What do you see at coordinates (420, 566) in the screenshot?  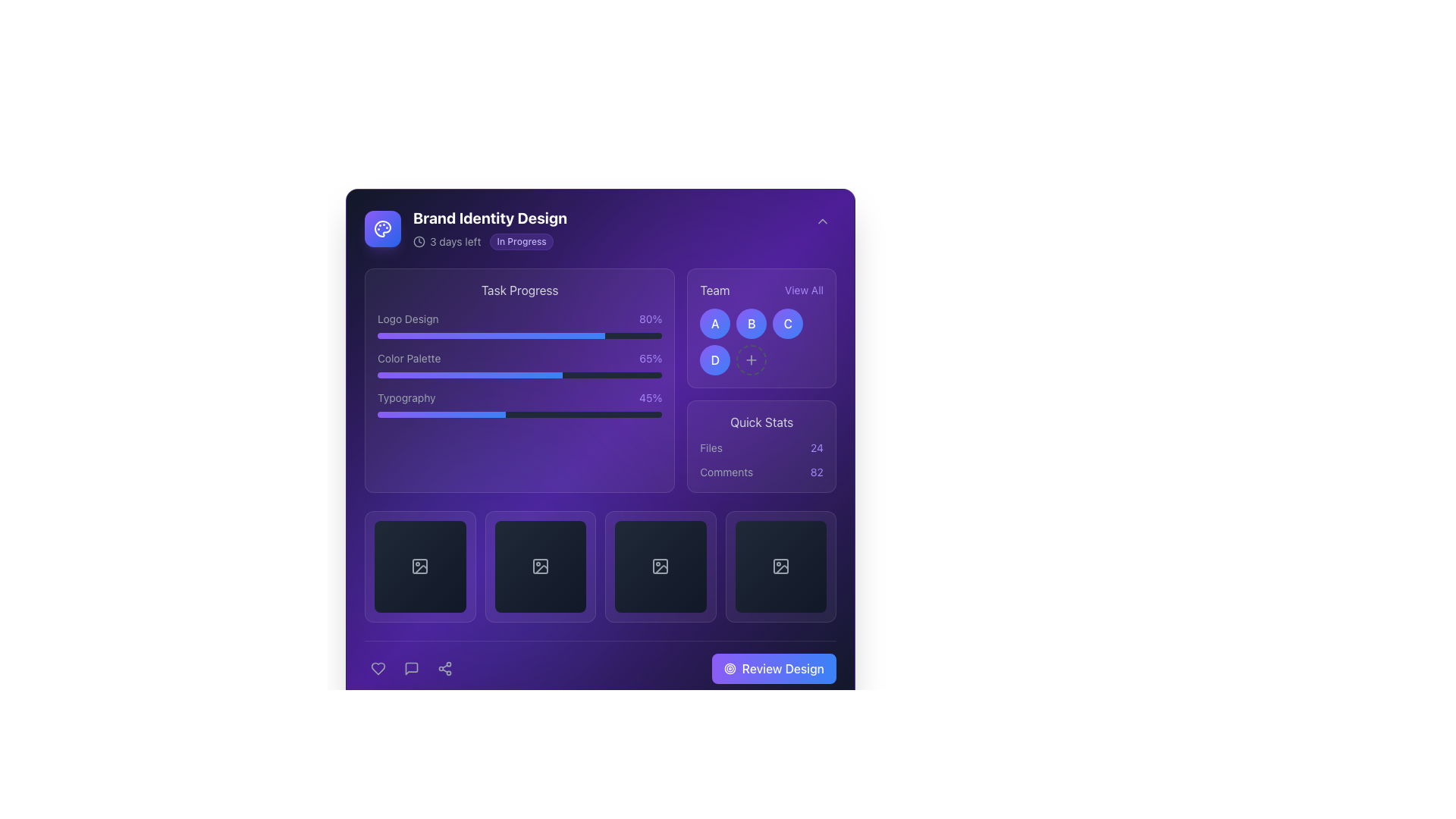 I see `the first icon representing an image placeholder located at the bottom-center of the interface` at bounding box center [420, 566].